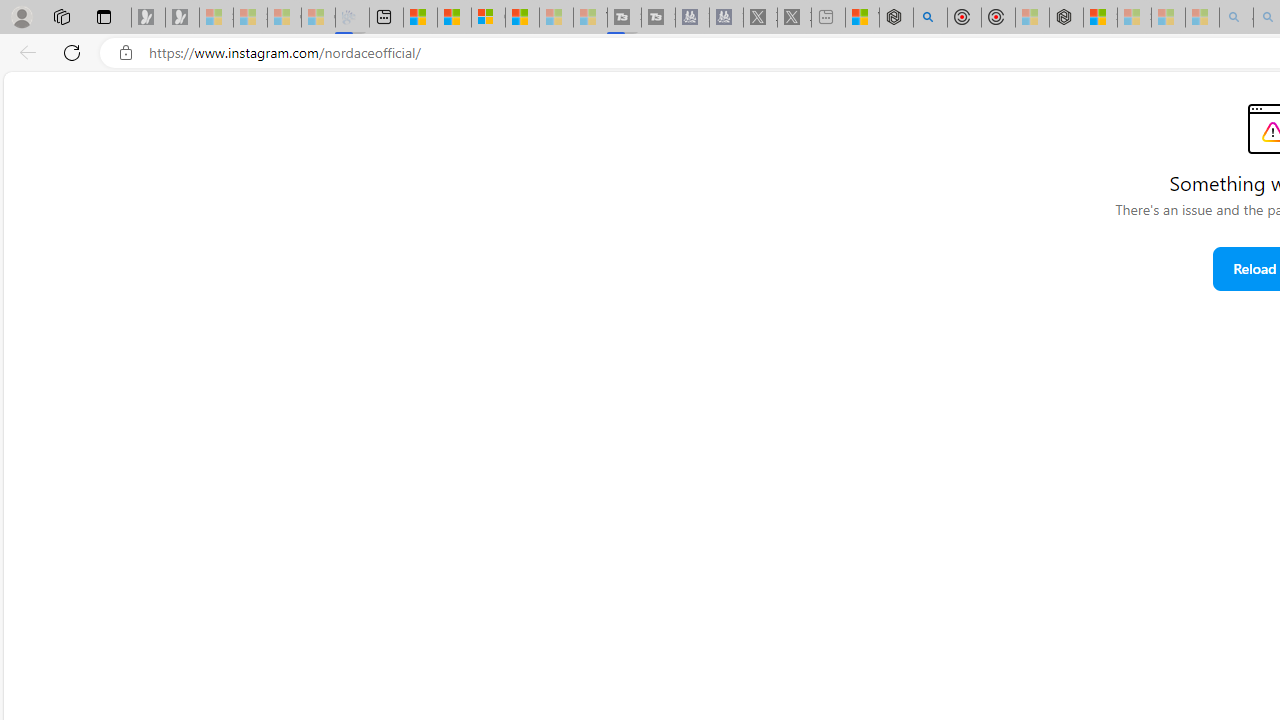 The width and height of the screenshot is (1280, 720). I want to click on 'Microsoft Start - Sleeping', so click(556, 17).